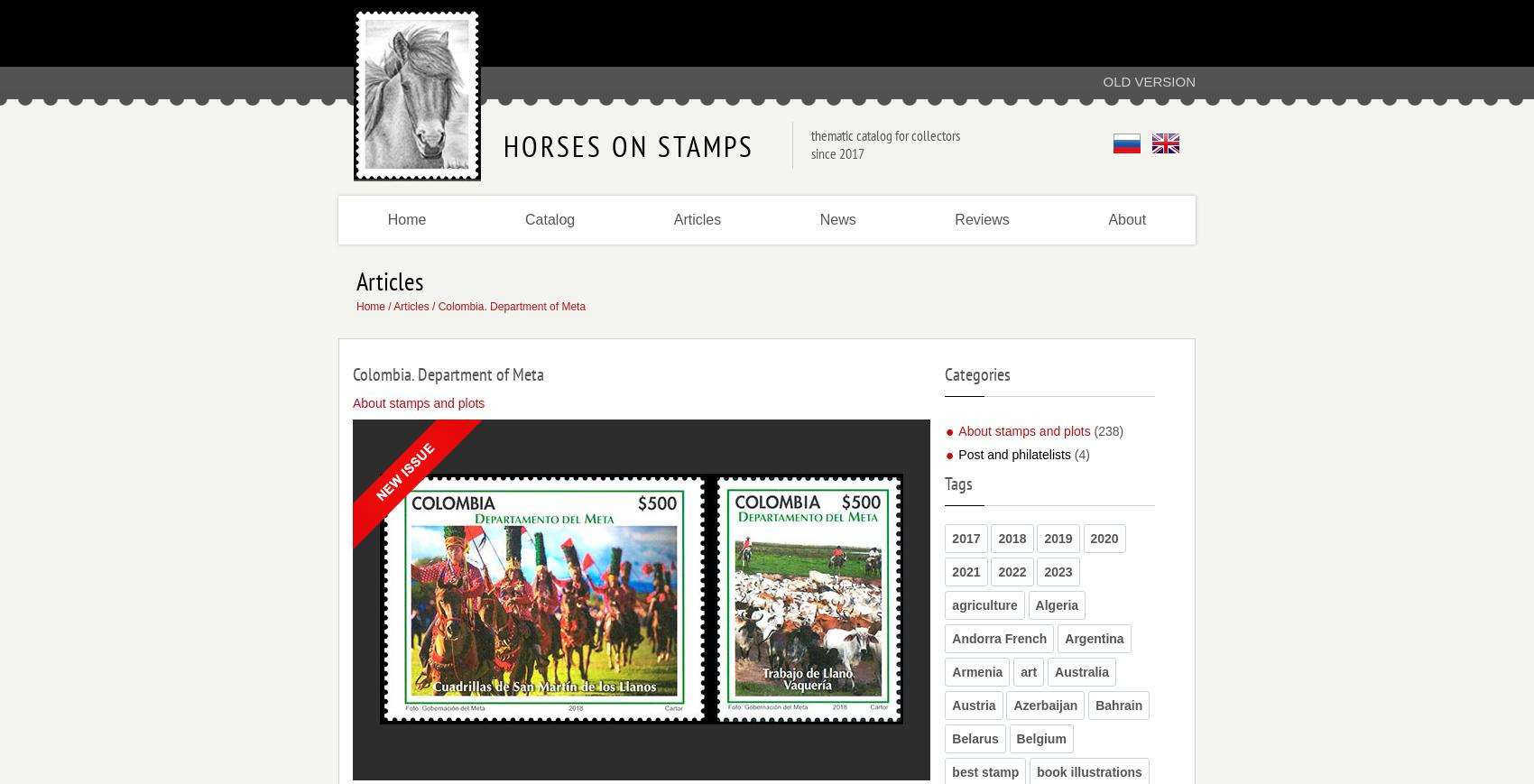 Image resolution: width=1534 pixels, height=784 pixels. What do you see at coordinates (966, 572) in the screenshot?
I see `'2021'` at bounding box center [966, 572].